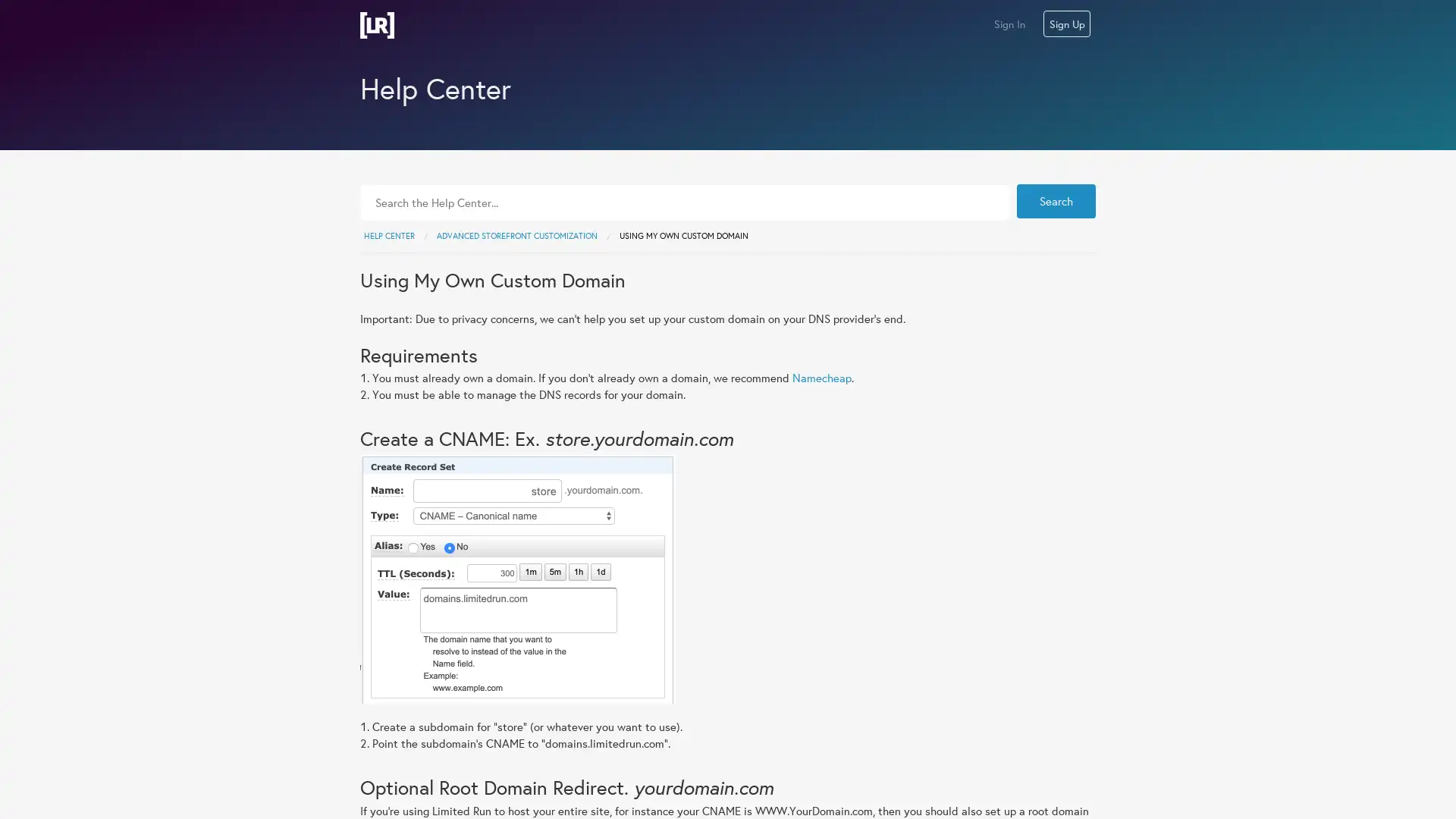  I want to click on Search, so click(1055, 200).